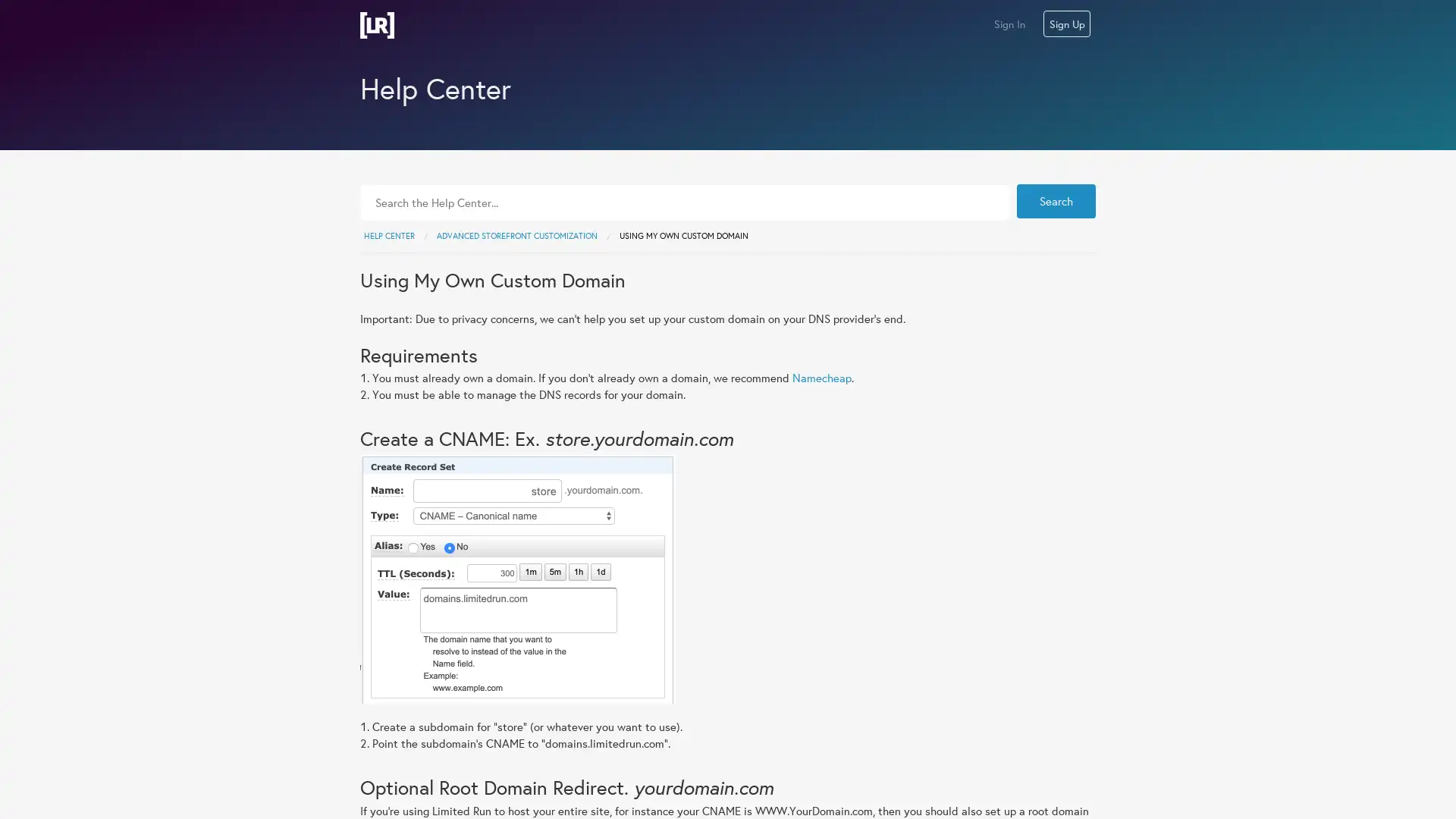  I want to click on Search, so click(1055, 200).